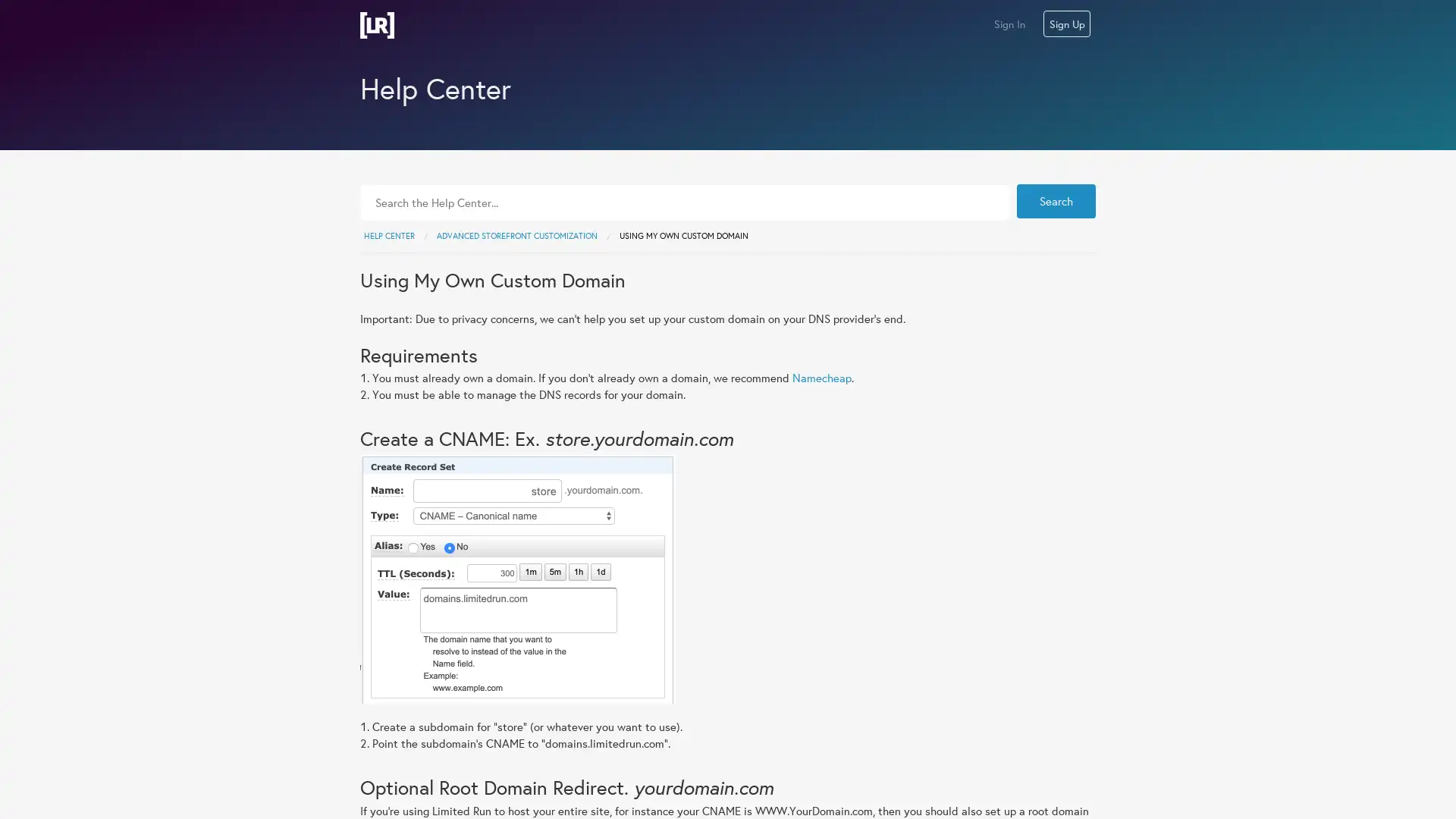  I want to click on Search, so click(1055, 200).